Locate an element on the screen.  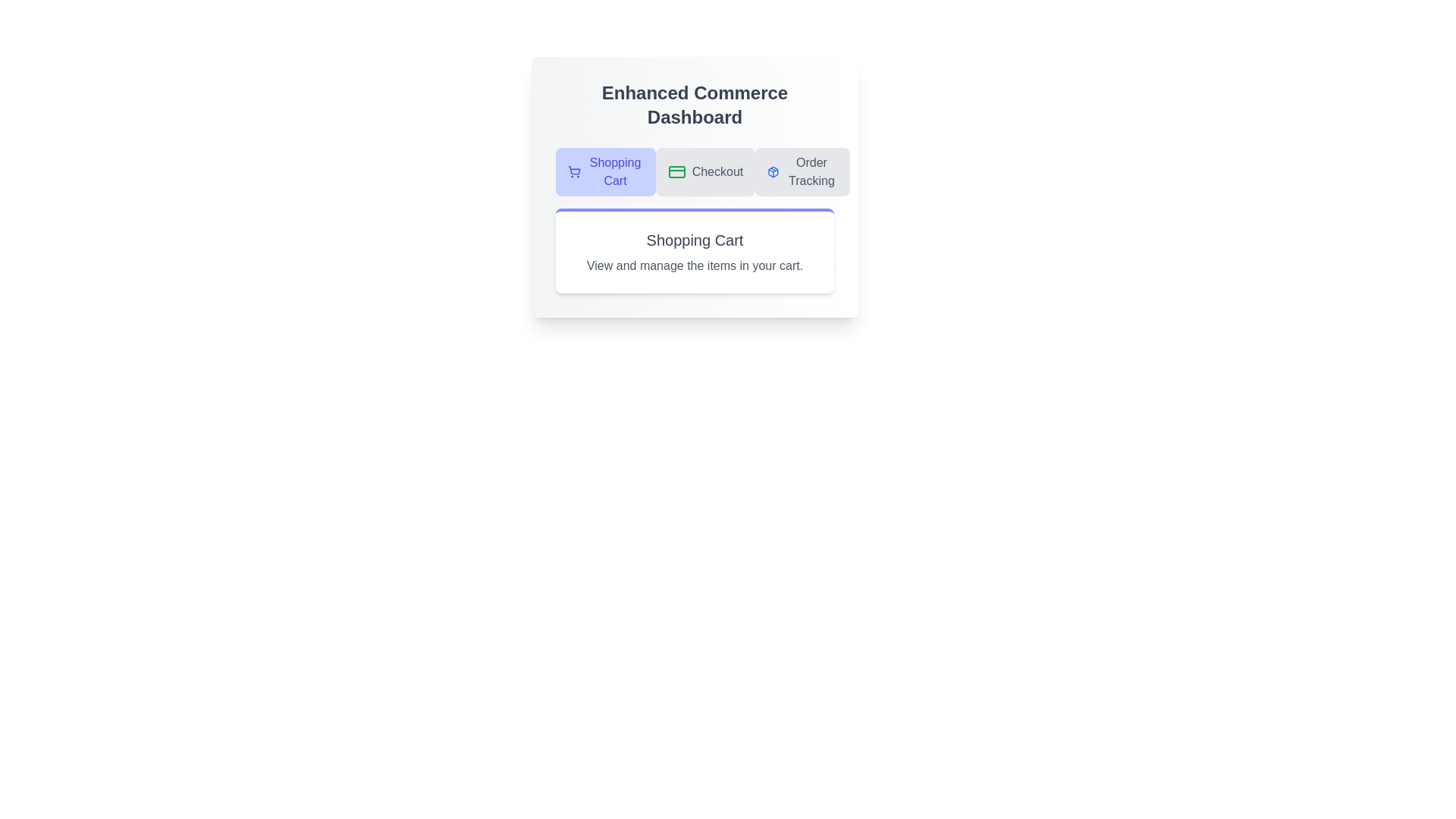
the Shopping Cart tab is located at coordinates (604, 171).